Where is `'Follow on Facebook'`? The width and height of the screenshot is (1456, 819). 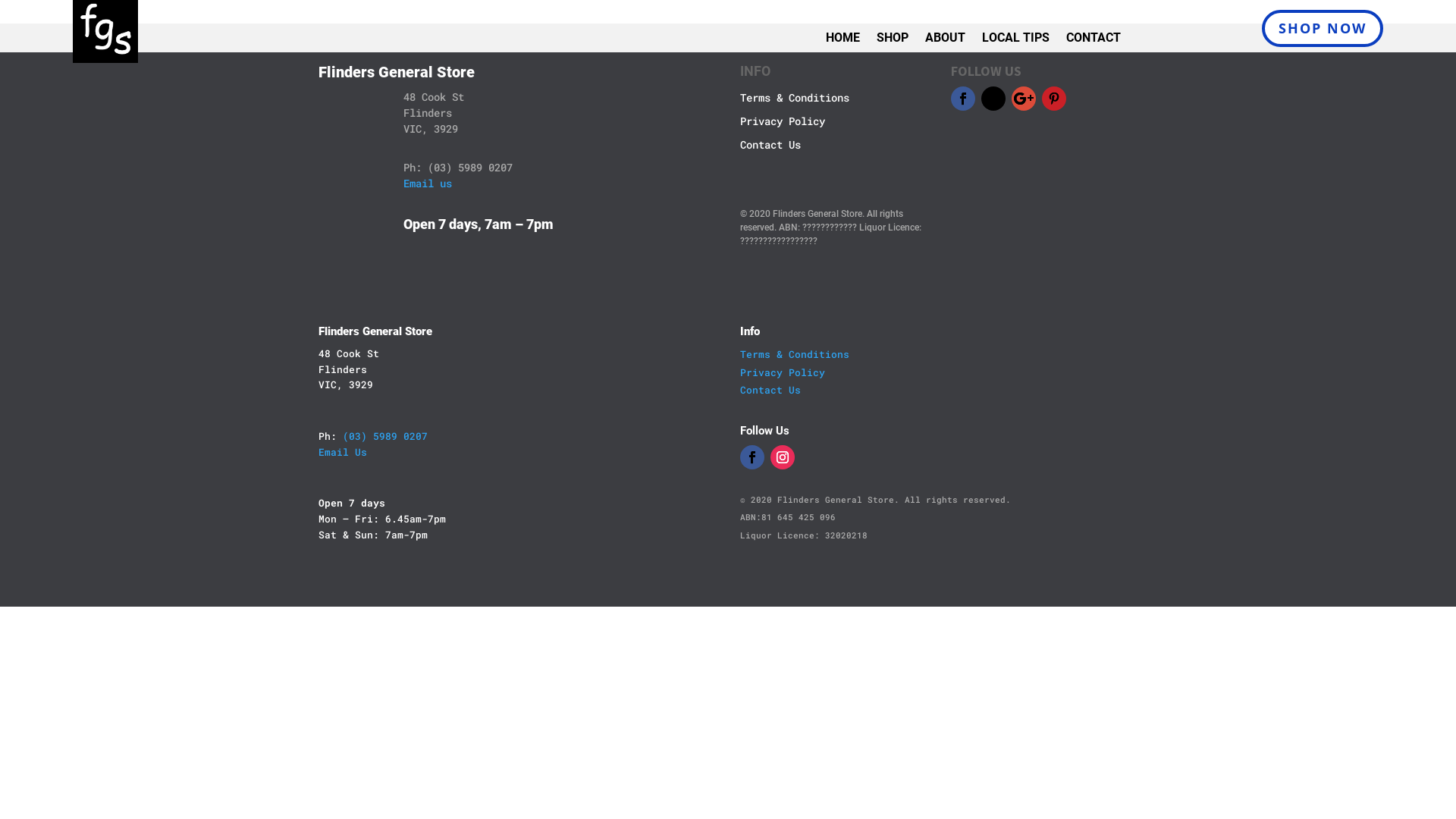
'Follow on Facebook' is located at coordinates (962, 99).